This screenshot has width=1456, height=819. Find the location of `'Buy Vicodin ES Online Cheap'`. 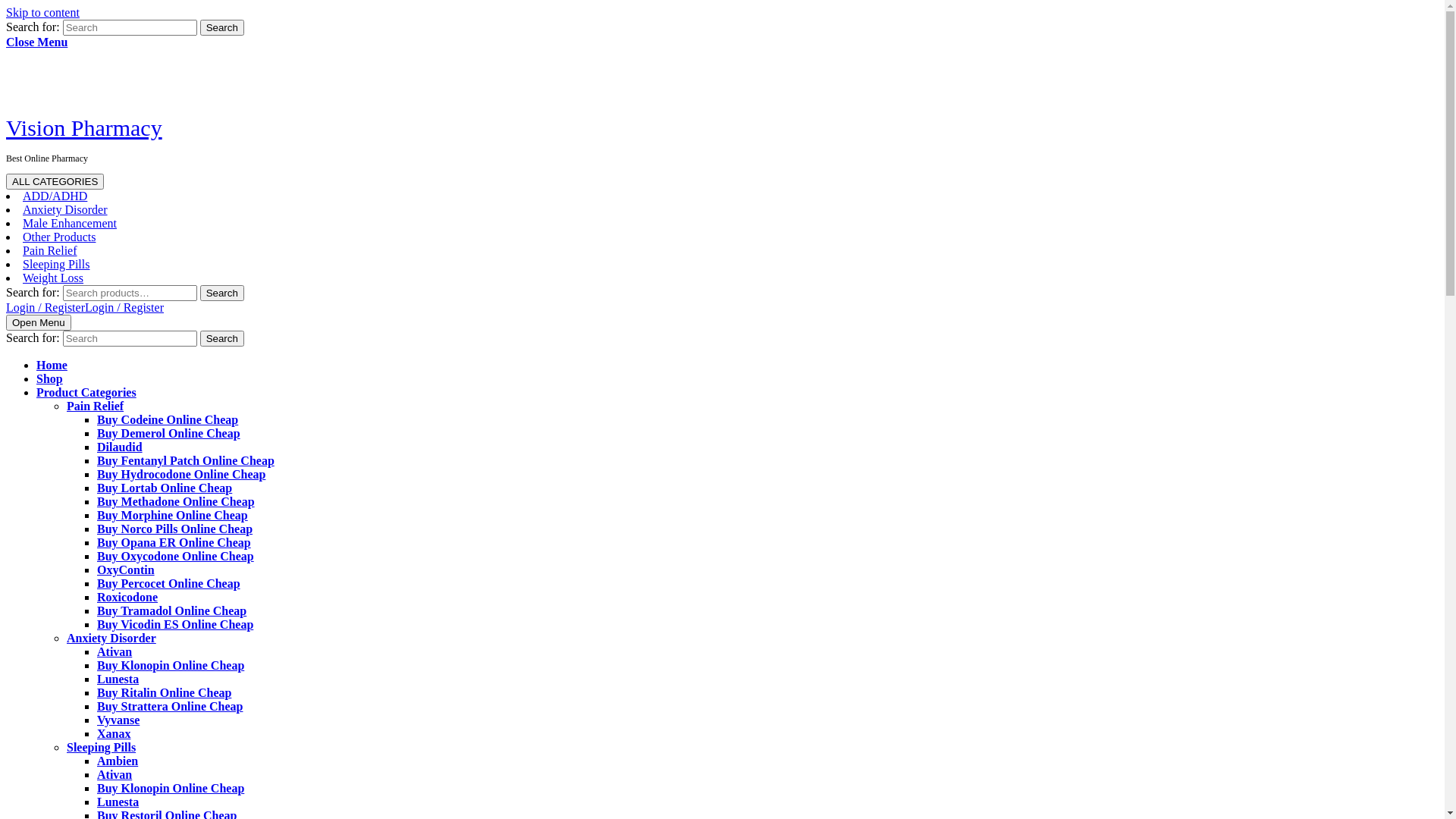

'Buy Vicodin ES Online Cheap' is located at coordinates (174, 624).